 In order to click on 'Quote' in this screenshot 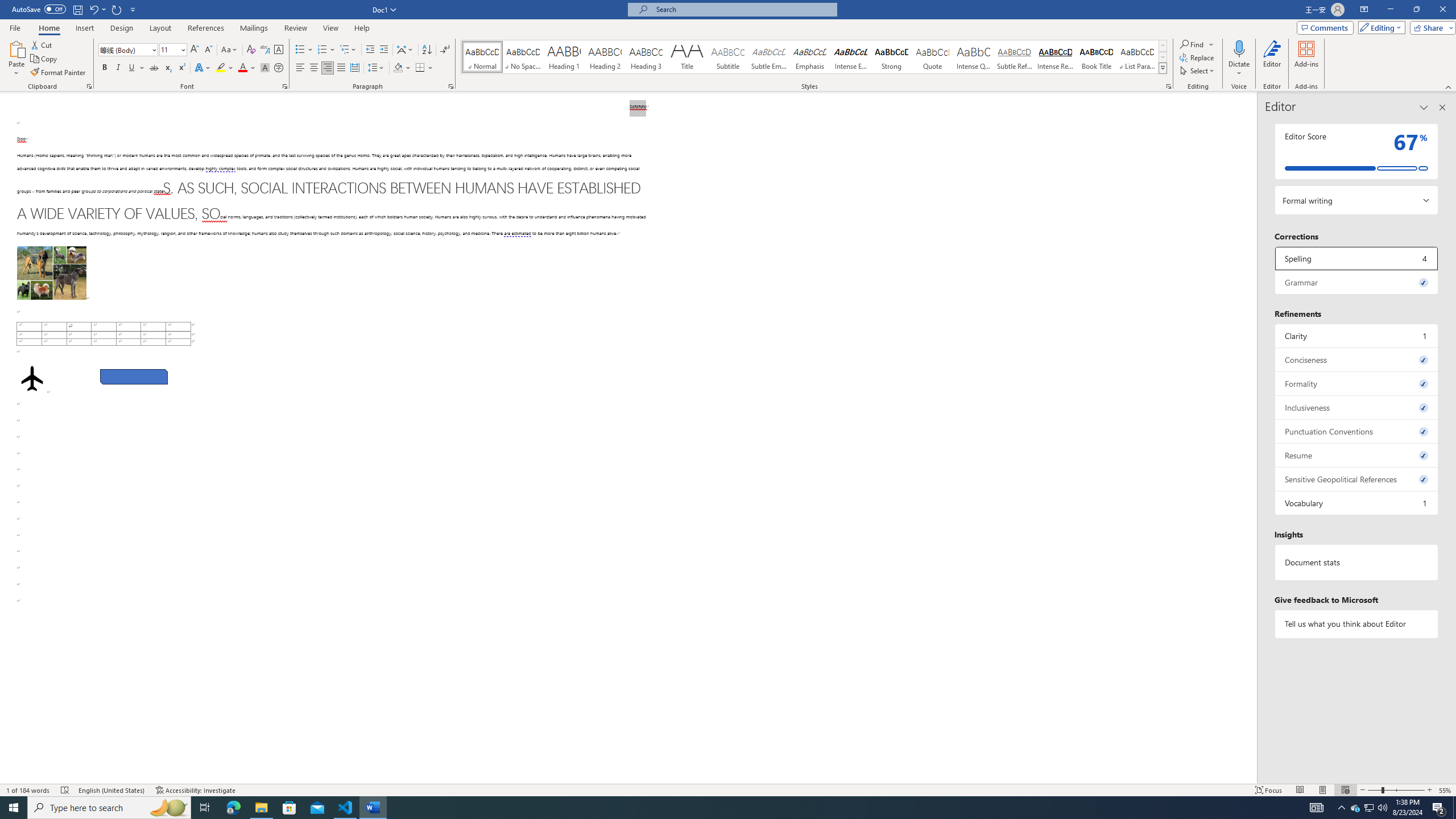, I will do `click(932, 56)`.